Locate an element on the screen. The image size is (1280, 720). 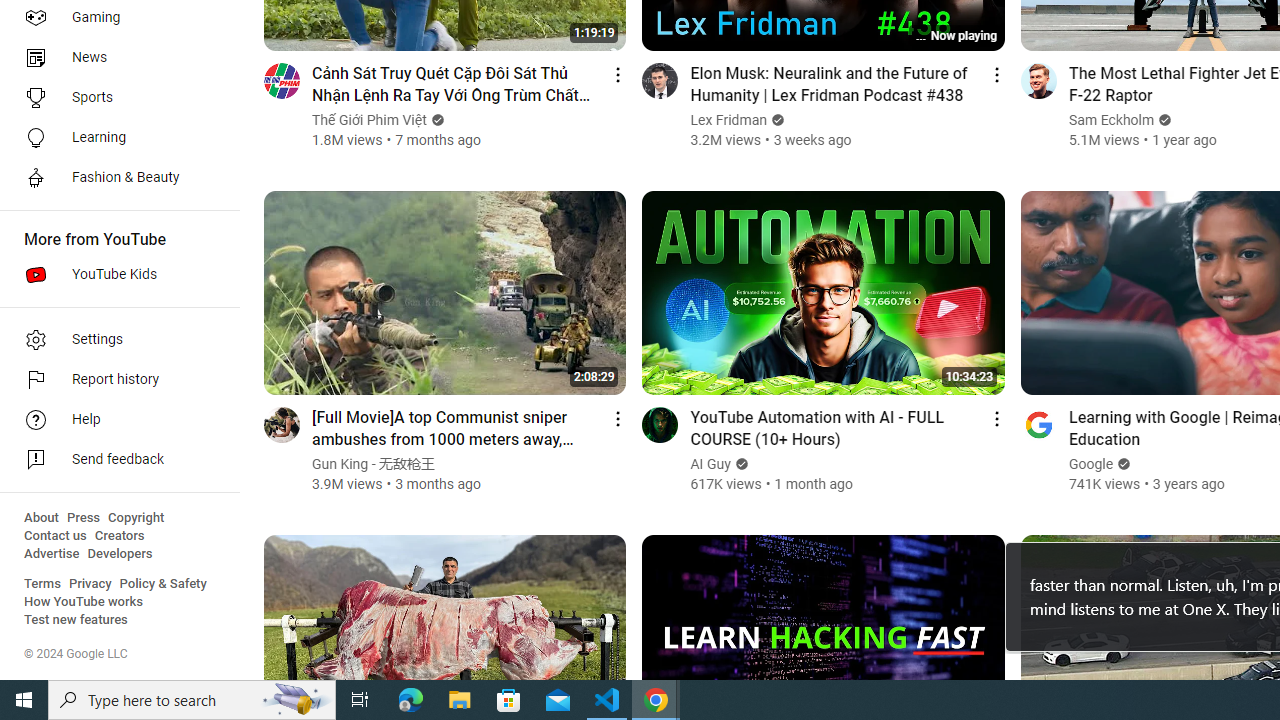
'Test new features' is located at coordinates (76, 619).